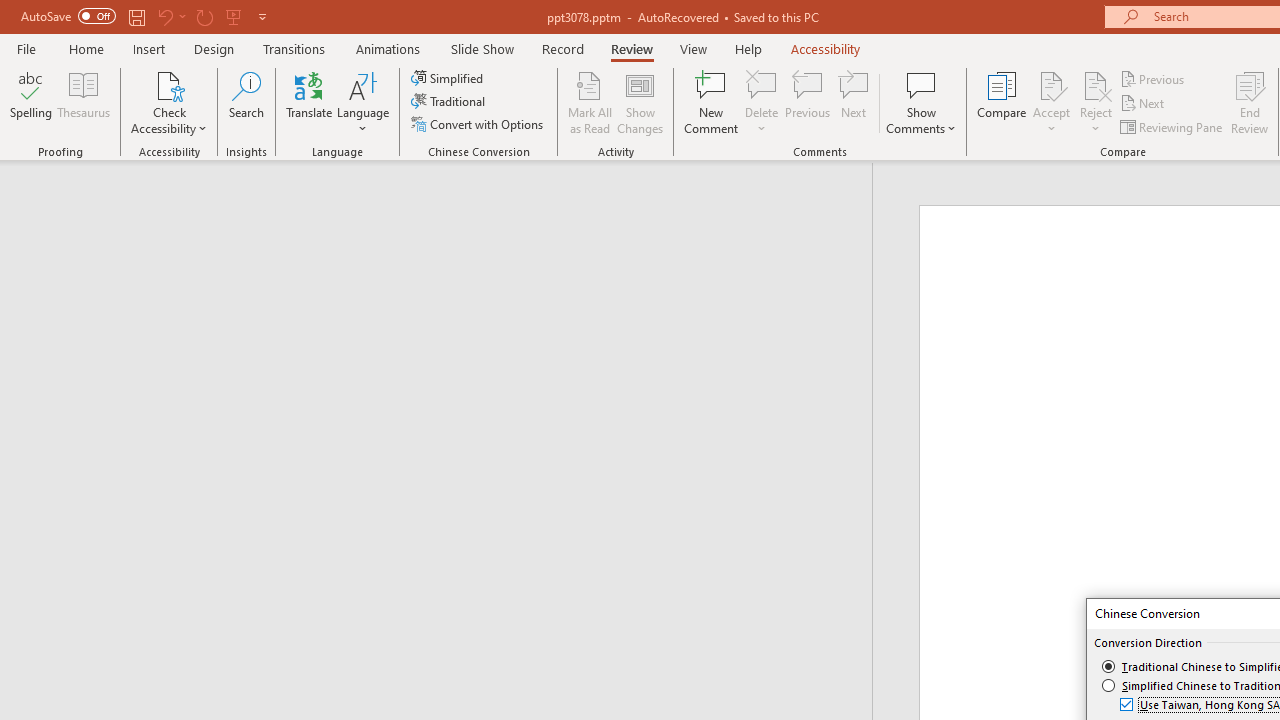 The height and width of the screenshot is (720, 1280). I want to click on 'Mark All as Read', so click(589, 103).